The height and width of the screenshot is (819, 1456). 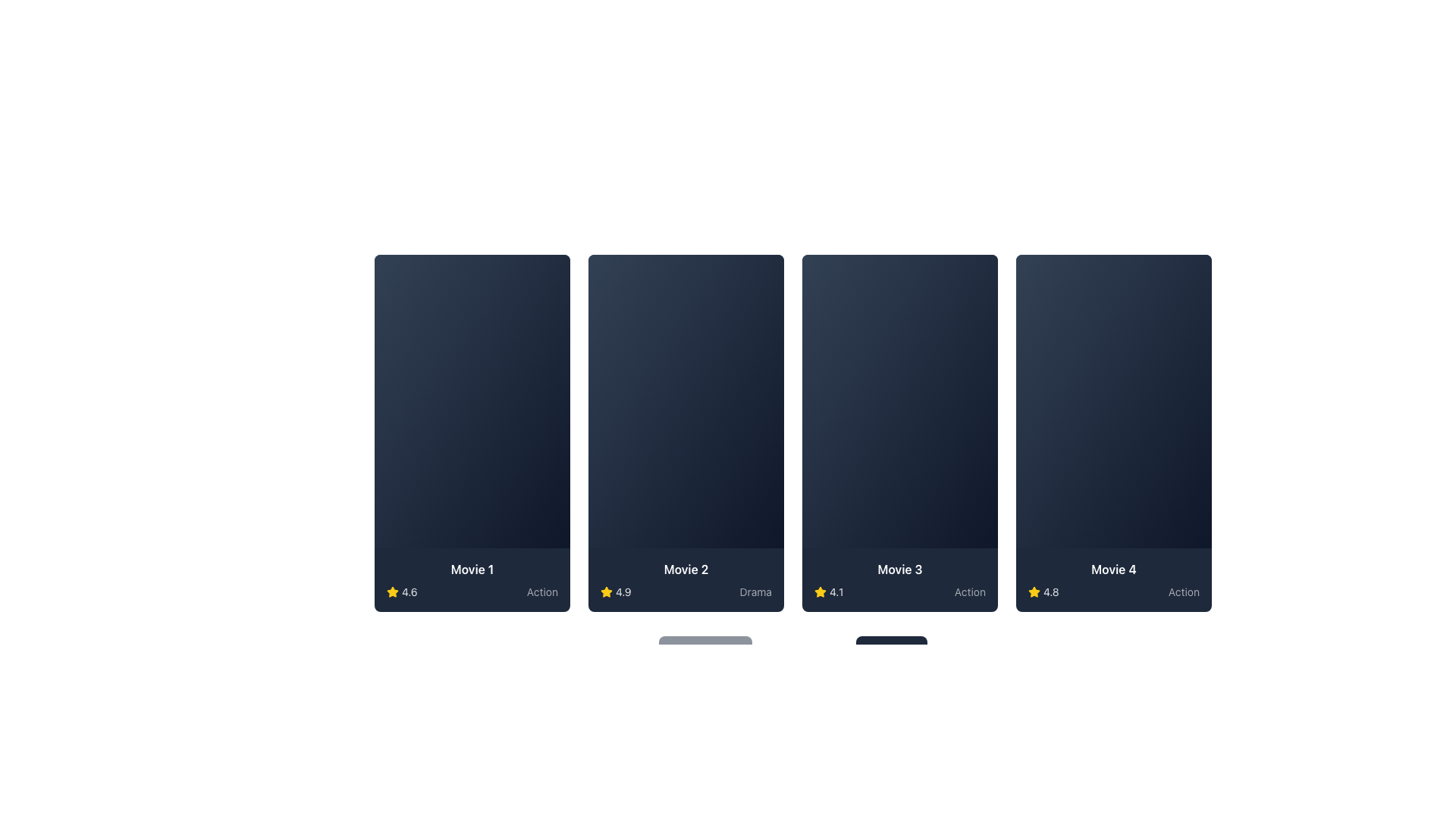 What do you see at coordinates (678, 651) in the screenshot?
I see `the chevron icon located to the left of the 'Previous' text in the navigation button at the bottom of the interface to observe any hover effects` at bounding box center [678, 651].